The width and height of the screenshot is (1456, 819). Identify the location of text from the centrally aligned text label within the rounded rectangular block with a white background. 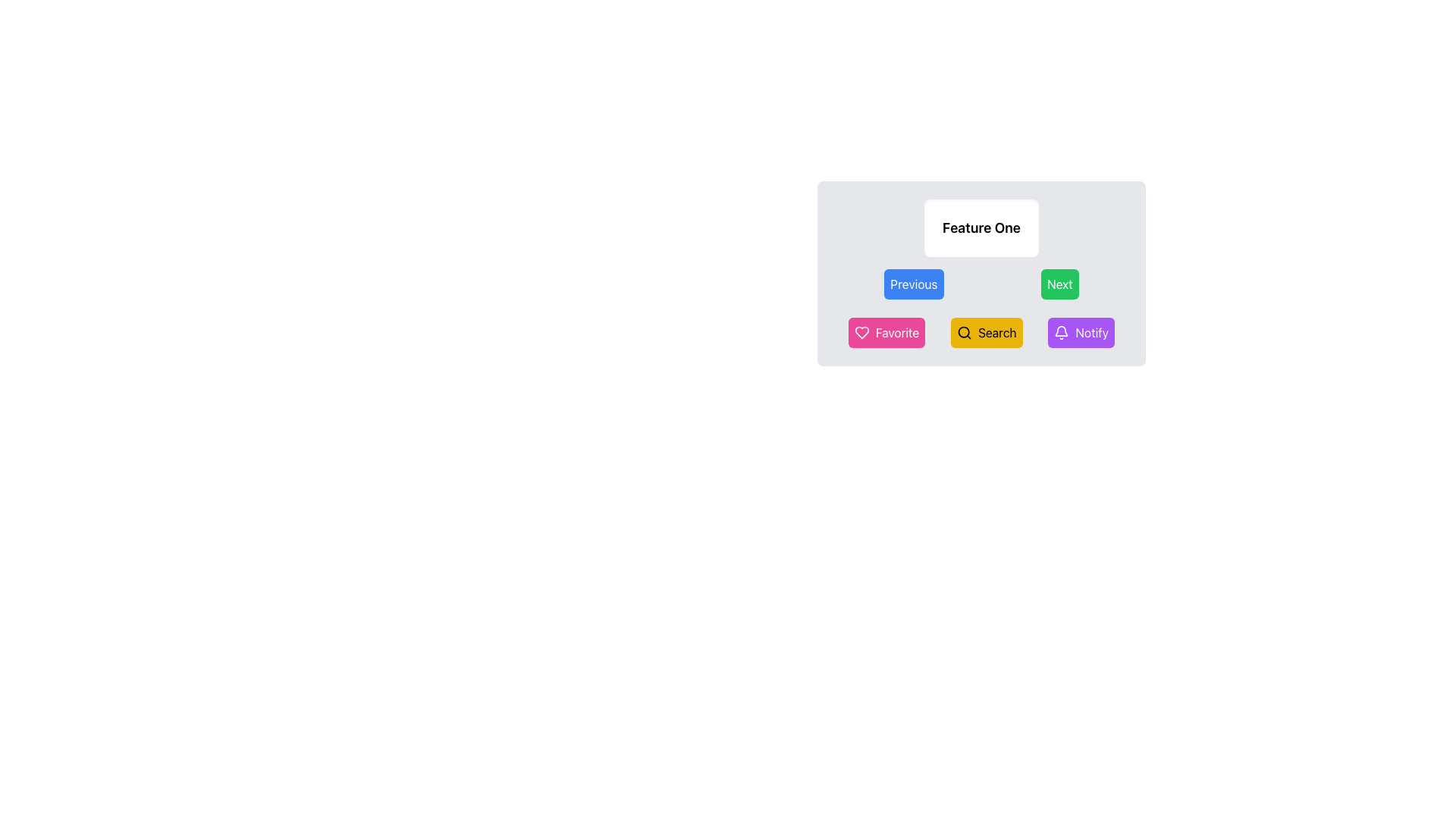
(981, 227).